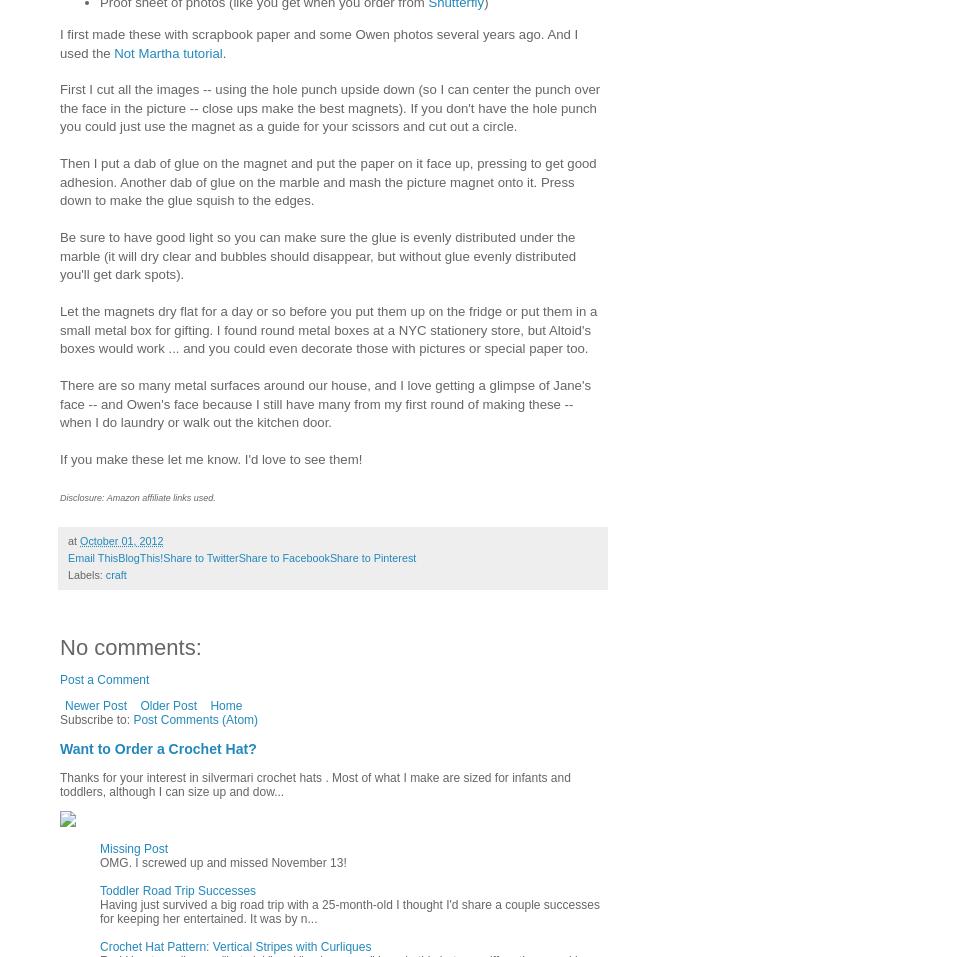  Describe the element at coordinates (317, 42) in the screenshot. I see `'I first made these with scrapbook paper and some Owen photos several years ago. And I used the'` at that location.